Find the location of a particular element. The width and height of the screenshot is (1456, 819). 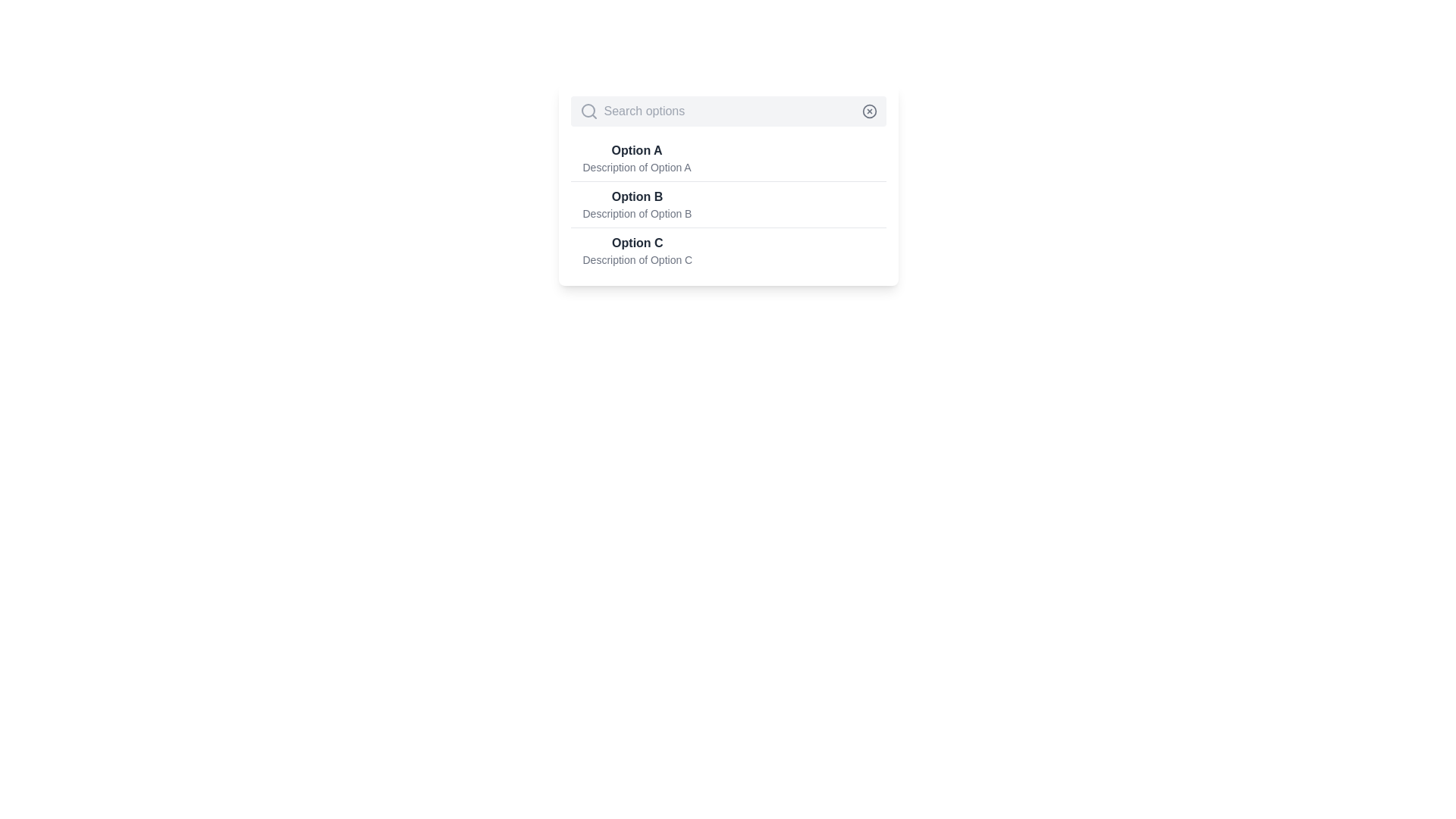

the first list item in the dropdown menu that displays 'Option A' in bold with a description below it is located at coordinates (637, 158).